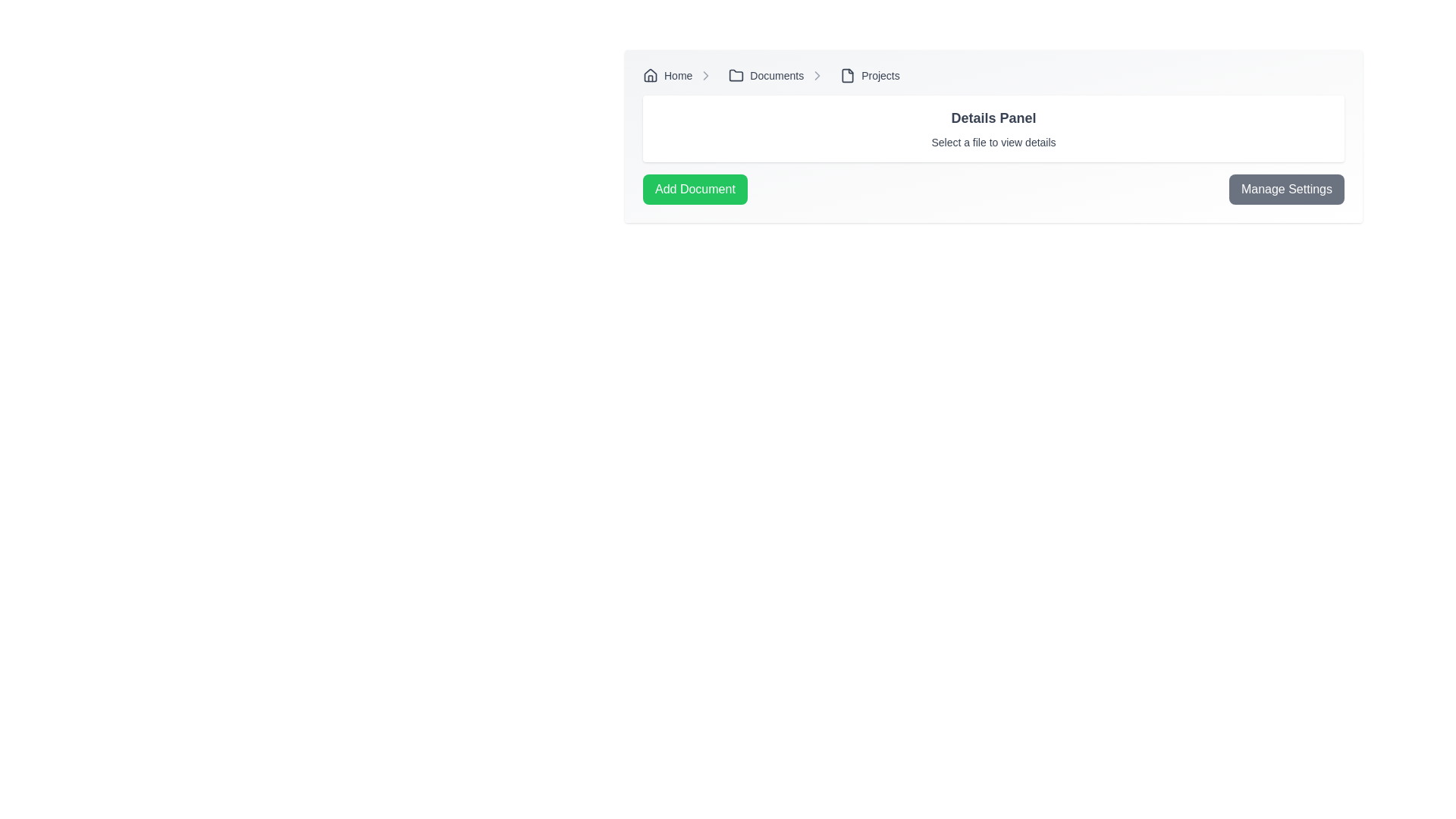  Describe the element at coordinates (780, 76) in the screenshot. I see `the 'Documents' navigation link within the breadcrumb trail` at that location.